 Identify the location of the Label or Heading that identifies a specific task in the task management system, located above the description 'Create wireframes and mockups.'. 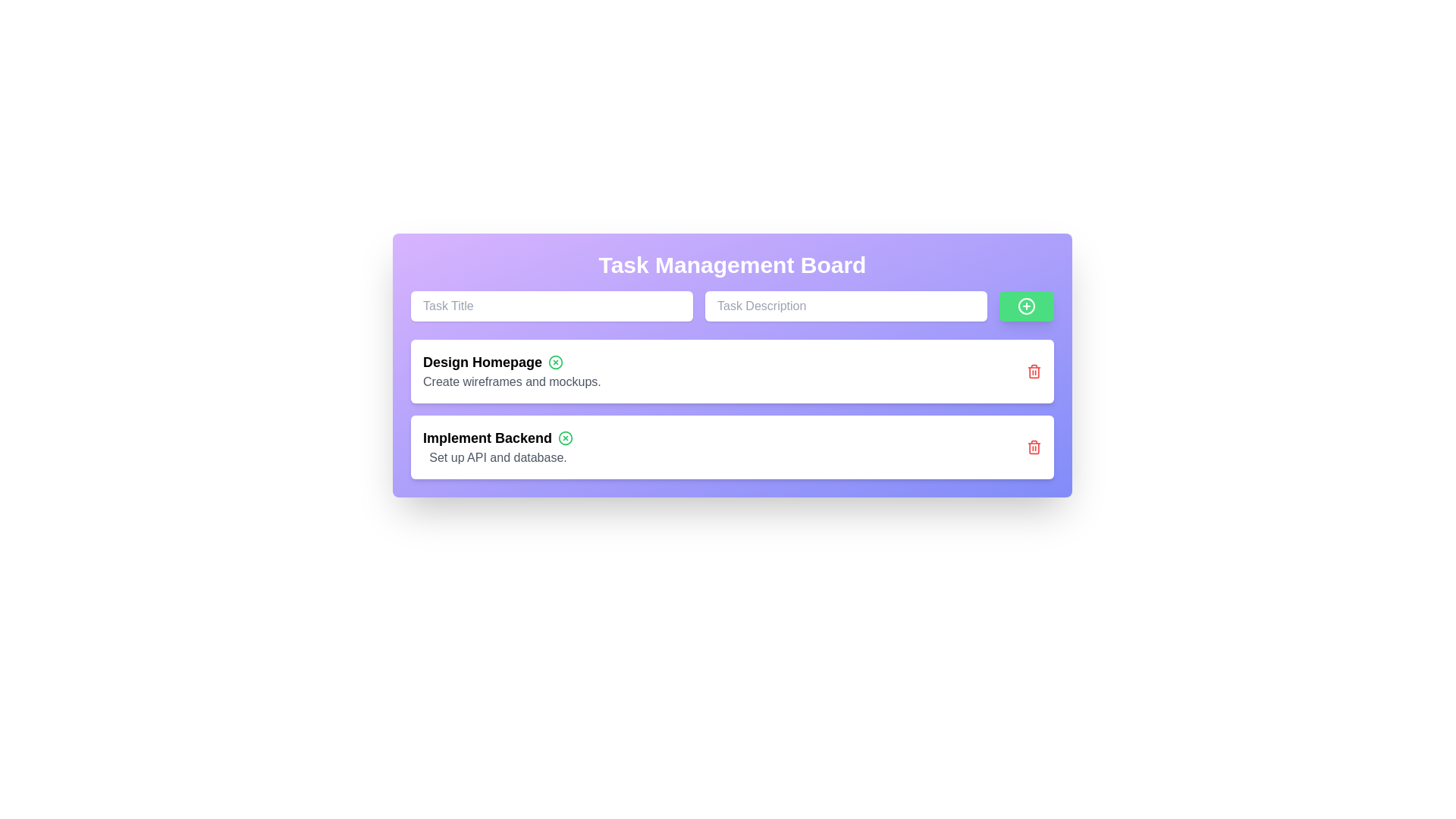
(512, 362).